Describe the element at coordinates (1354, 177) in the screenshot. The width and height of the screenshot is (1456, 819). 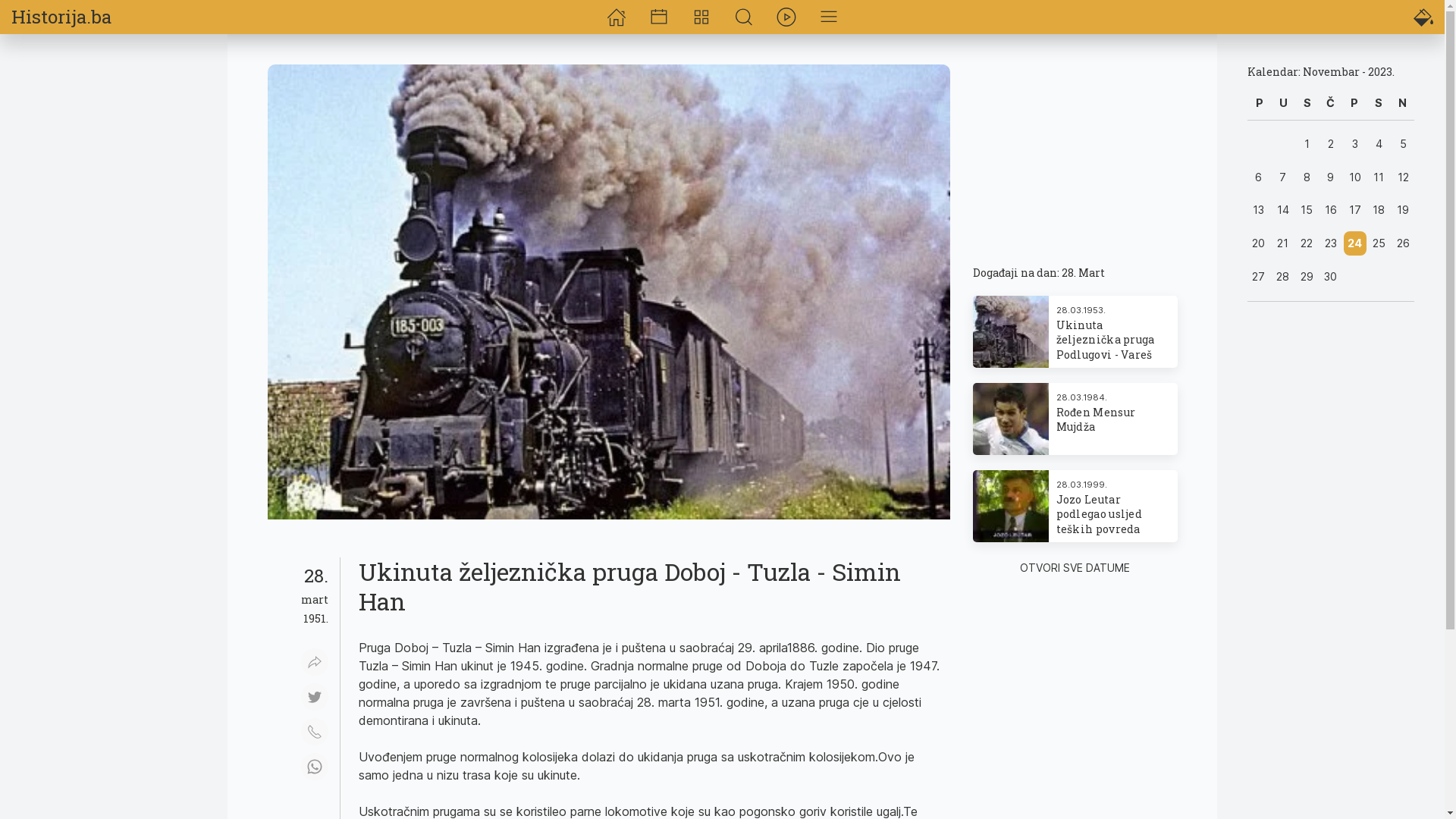
I see `'10'` at that location.